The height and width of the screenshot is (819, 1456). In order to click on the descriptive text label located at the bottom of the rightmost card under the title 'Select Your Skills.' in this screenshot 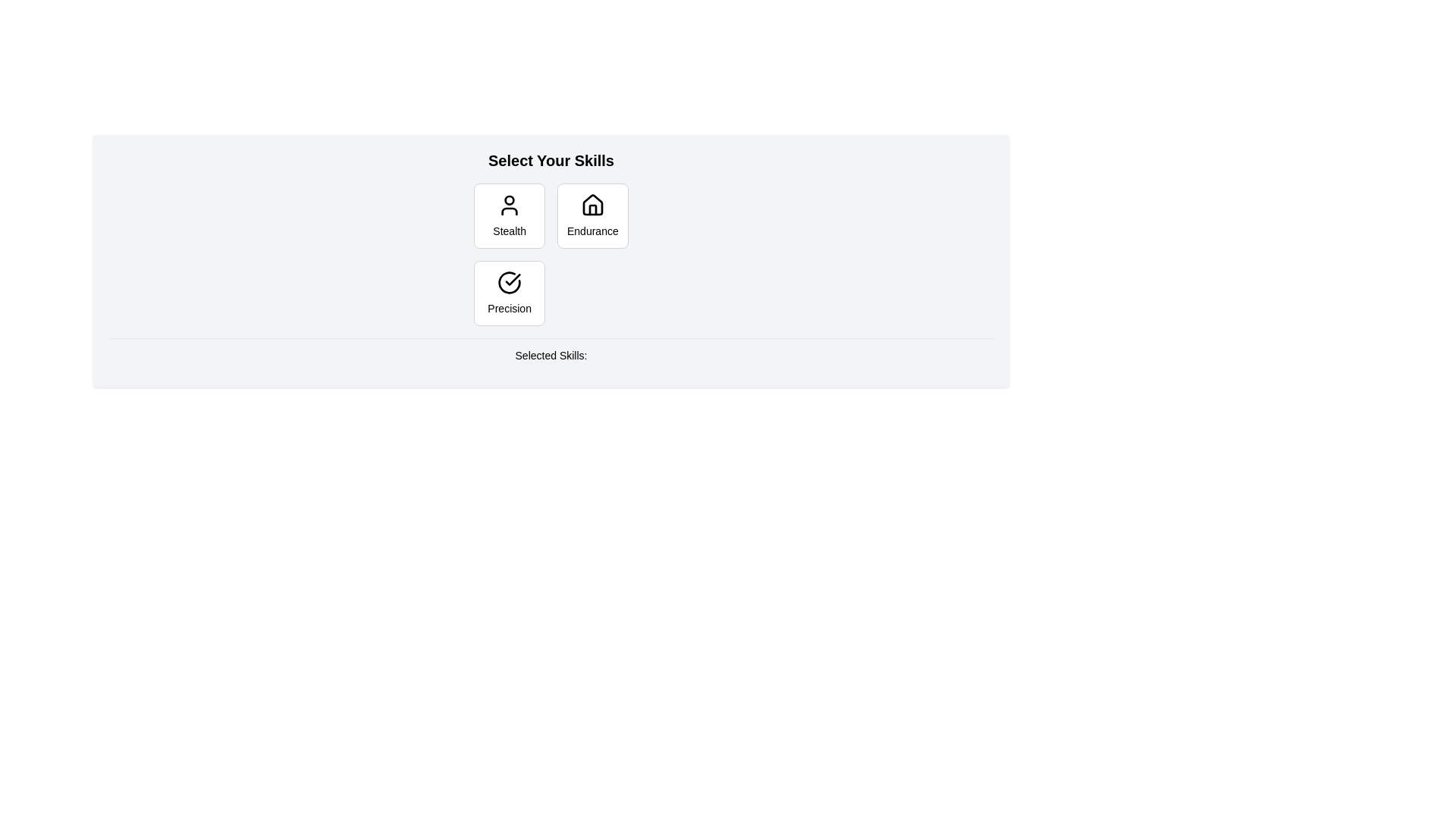, I will do `click(510, 308)`.